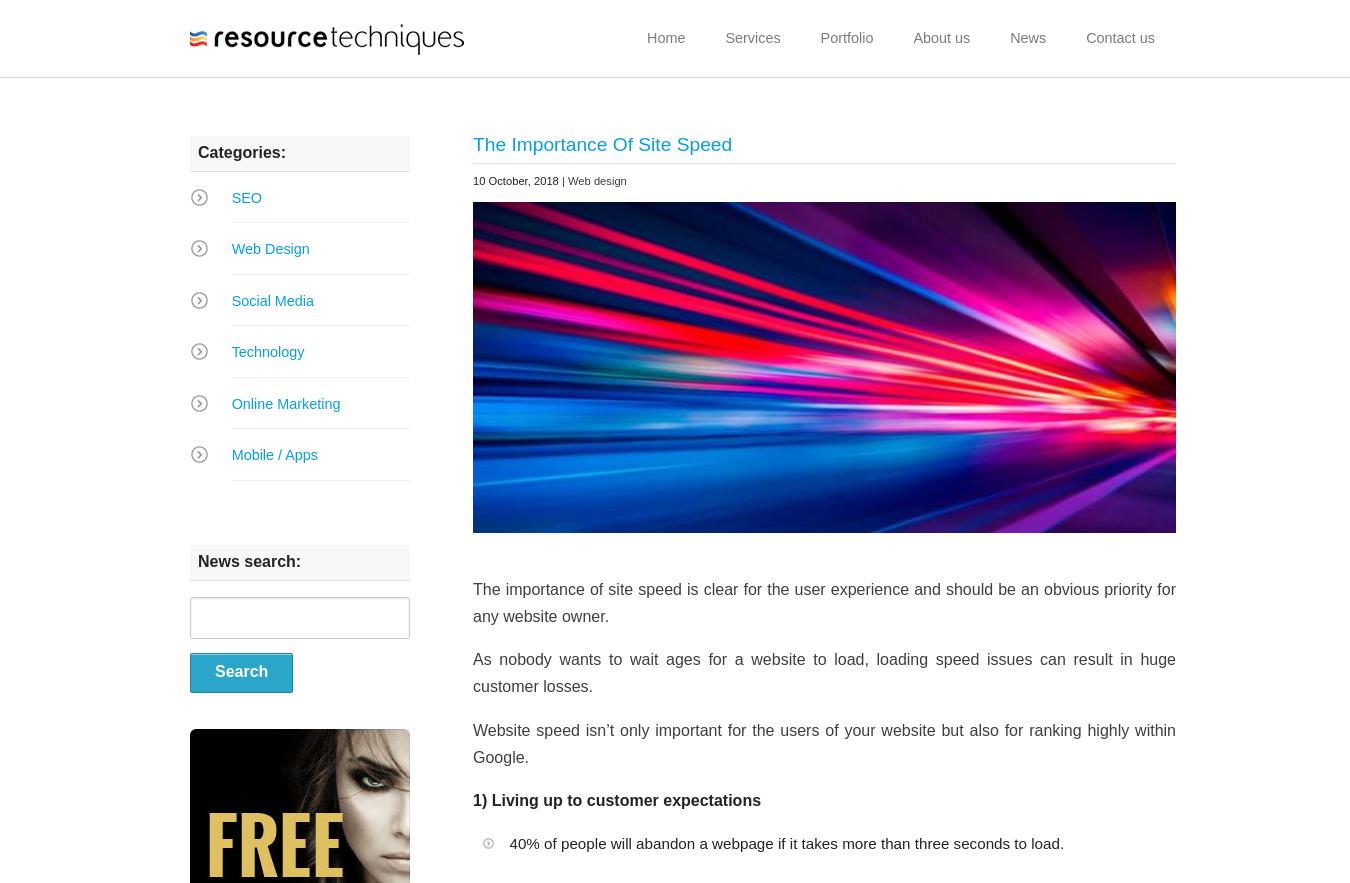 This screenshot has height=883, width=1350. Describe the element at coordinates (271, 300) in the screenshot. I see `'Social Media'` at that location.